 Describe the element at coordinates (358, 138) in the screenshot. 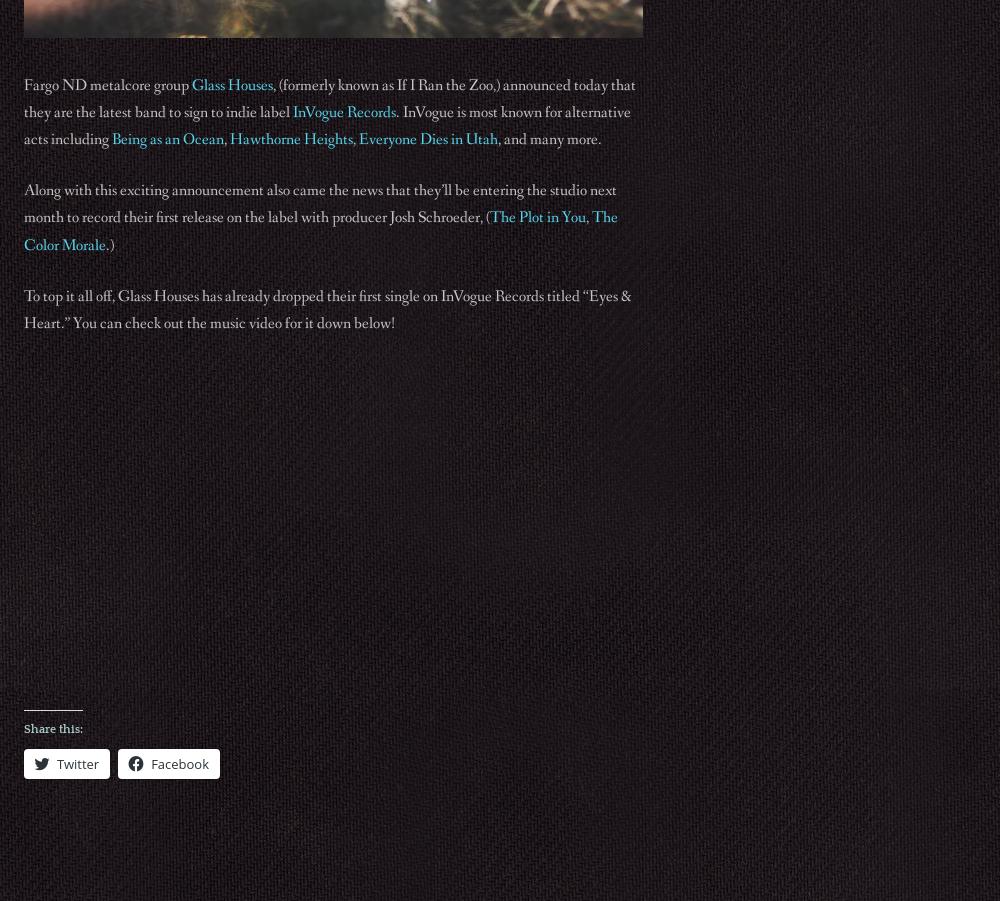

I see `'Everyone Dies in Utah'` at that location.